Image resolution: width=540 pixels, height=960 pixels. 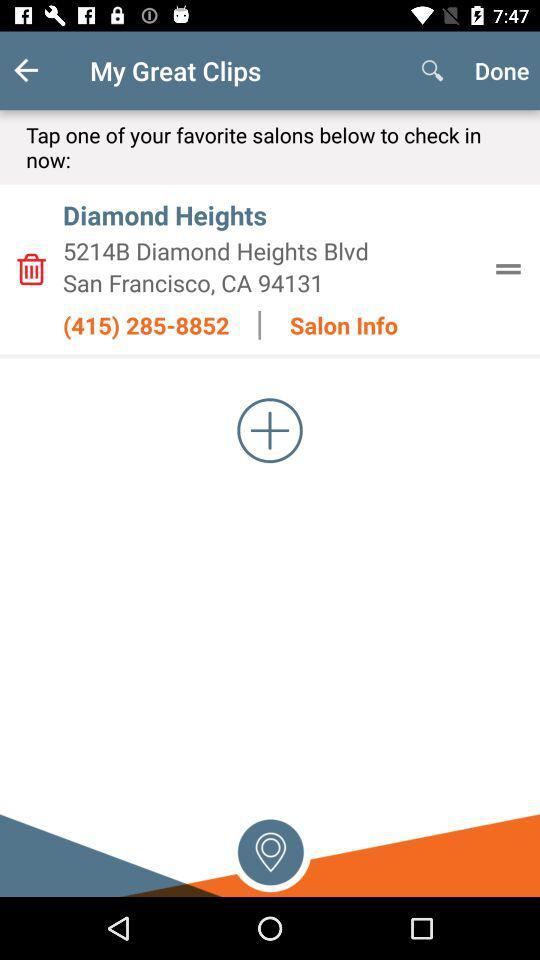 I want to click on the item below the 5214b diamond heights icon, so click(x=270, y=281).